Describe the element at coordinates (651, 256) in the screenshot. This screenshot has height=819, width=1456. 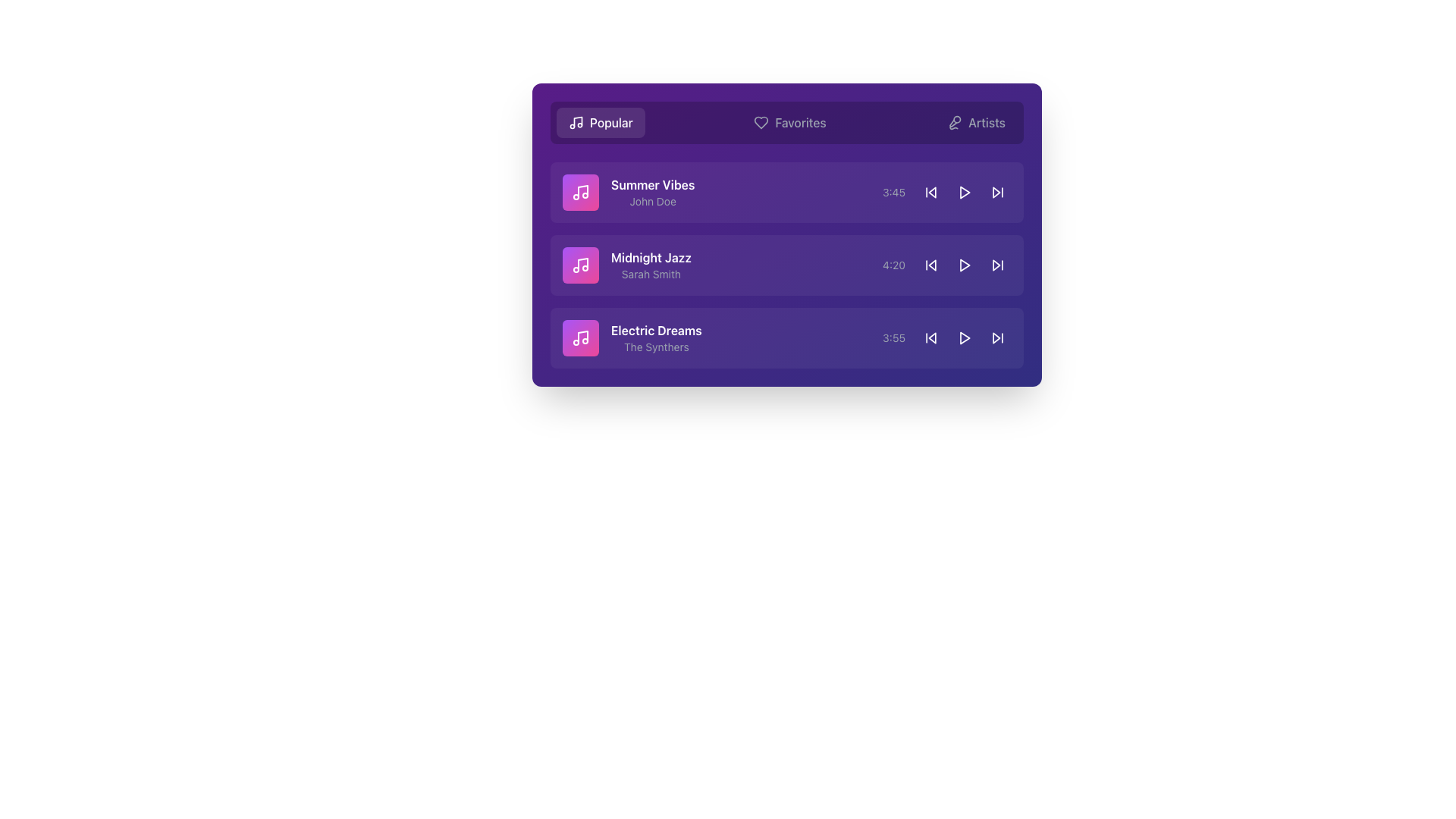
I see `the title text label of the music track` at that location.